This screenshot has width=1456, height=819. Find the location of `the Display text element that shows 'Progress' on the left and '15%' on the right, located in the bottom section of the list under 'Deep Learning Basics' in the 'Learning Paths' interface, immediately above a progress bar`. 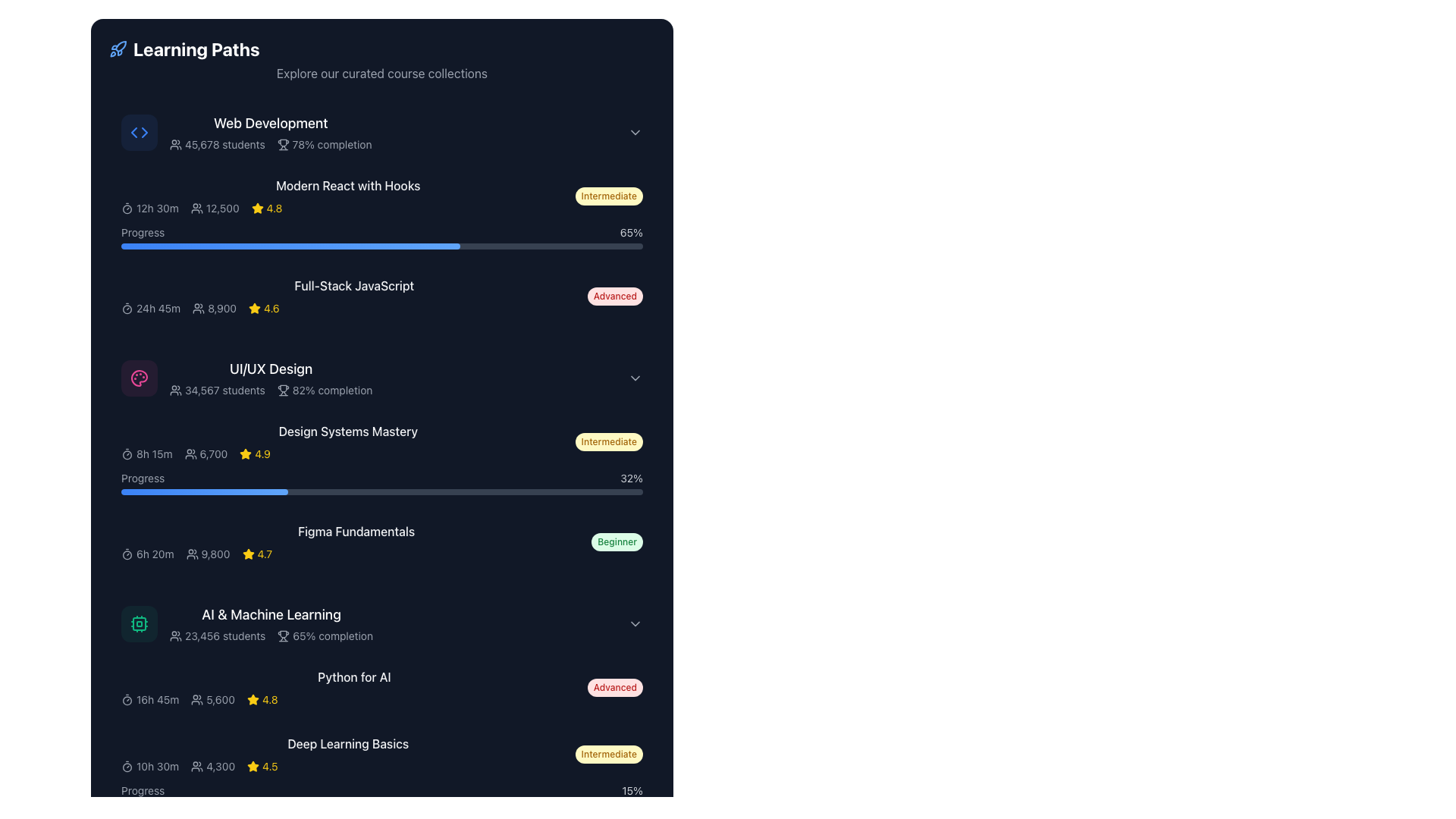

the Display text element that shows 'Progress' on the left and '15%' on the right, located in the bottom section of the list under 'Deep Learning Basics' in the 'Learning Paths' interface, immediately above a progress bar is located at coordinates (382, 789).